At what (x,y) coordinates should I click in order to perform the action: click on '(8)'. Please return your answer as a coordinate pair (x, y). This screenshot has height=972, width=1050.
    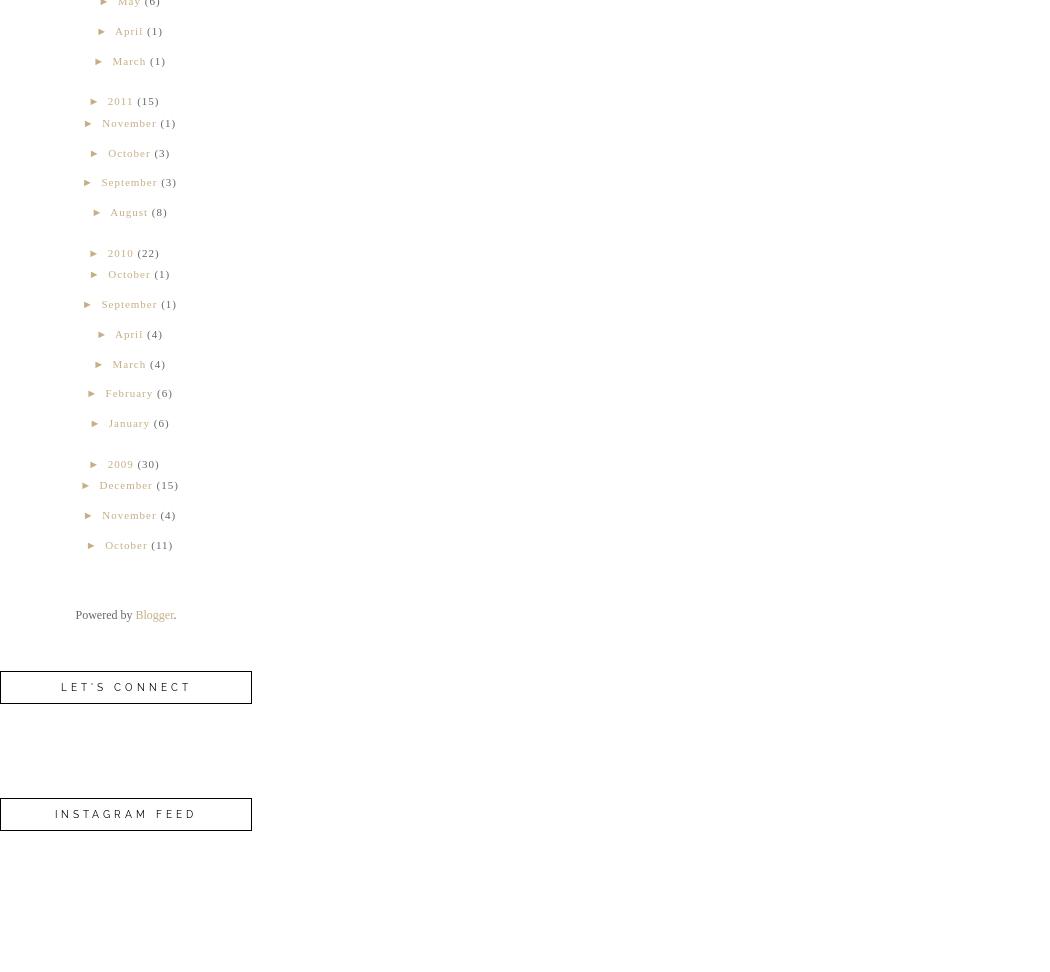
    Looking at the image, I should click on (158, 210).